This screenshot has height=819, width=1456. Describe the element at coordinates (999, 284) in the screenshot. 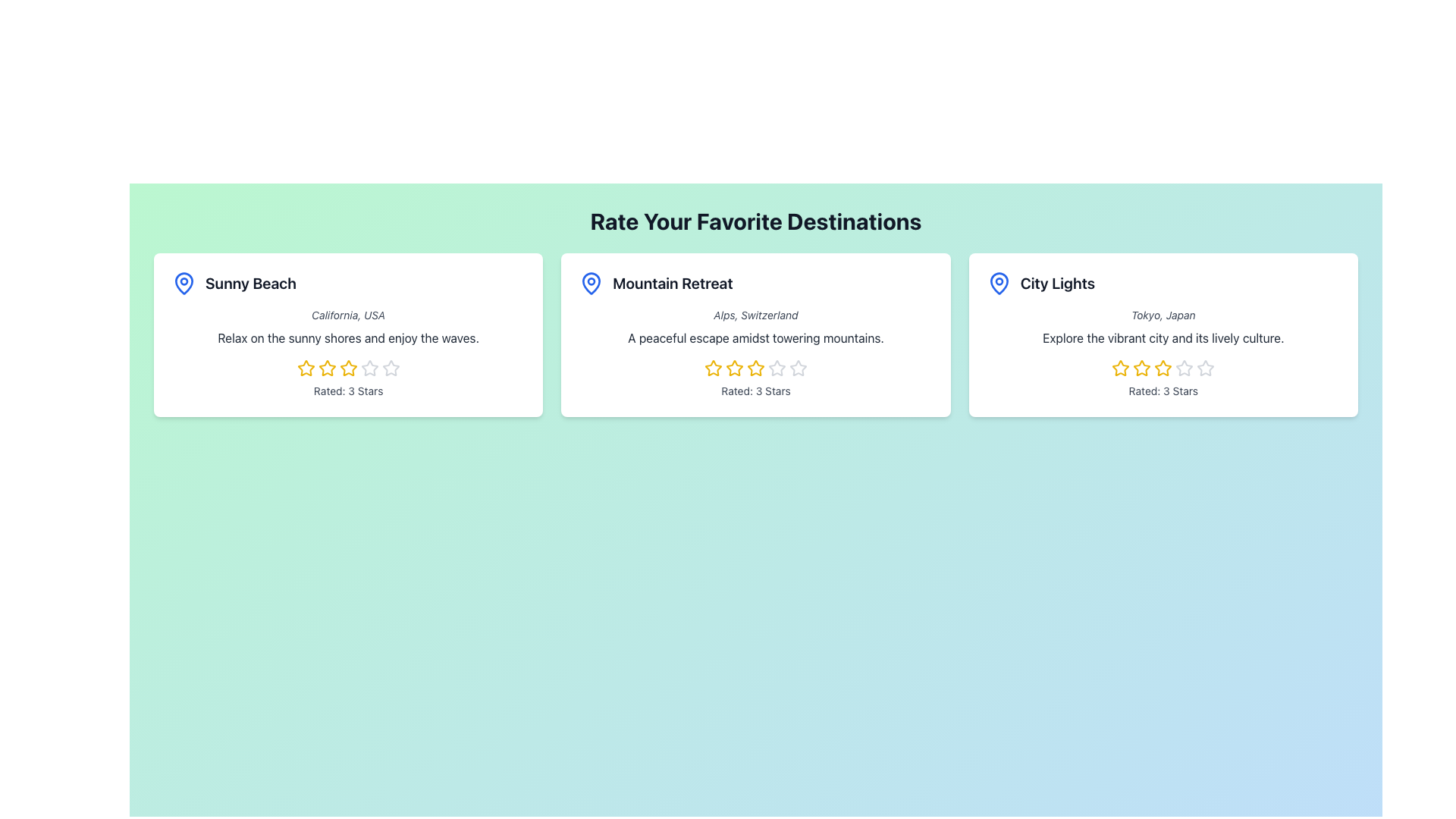

I see `the location marker icon located at the top-left corner of the 'City Lights' card` at that location.